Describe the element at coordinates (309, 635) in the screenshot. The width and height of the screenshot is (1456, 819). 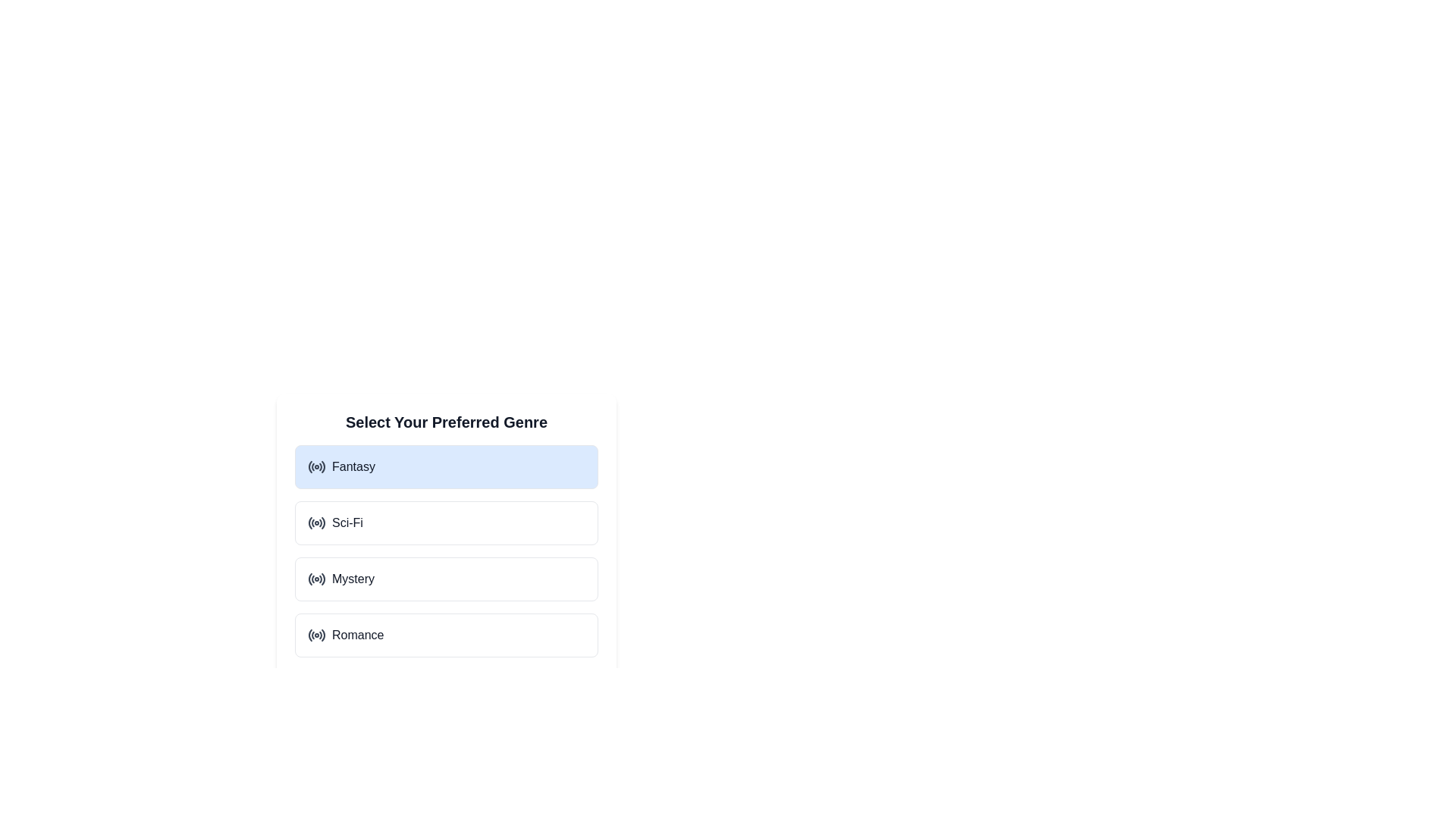
I see `the outermost curved line of the radio button icon for 'Romance'` at that location.